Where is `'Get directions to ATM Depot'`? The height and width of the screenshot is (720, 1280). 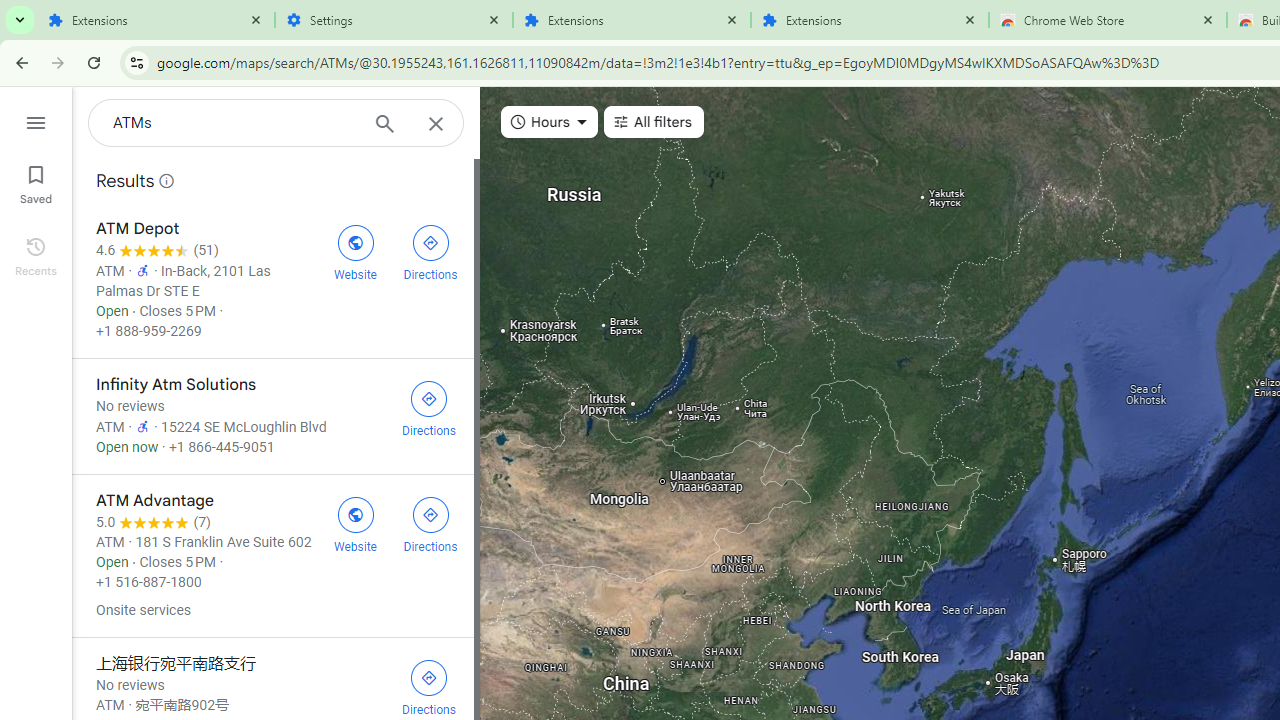
'Get directions to ATM Depot' is located at coordinates (429, 249).